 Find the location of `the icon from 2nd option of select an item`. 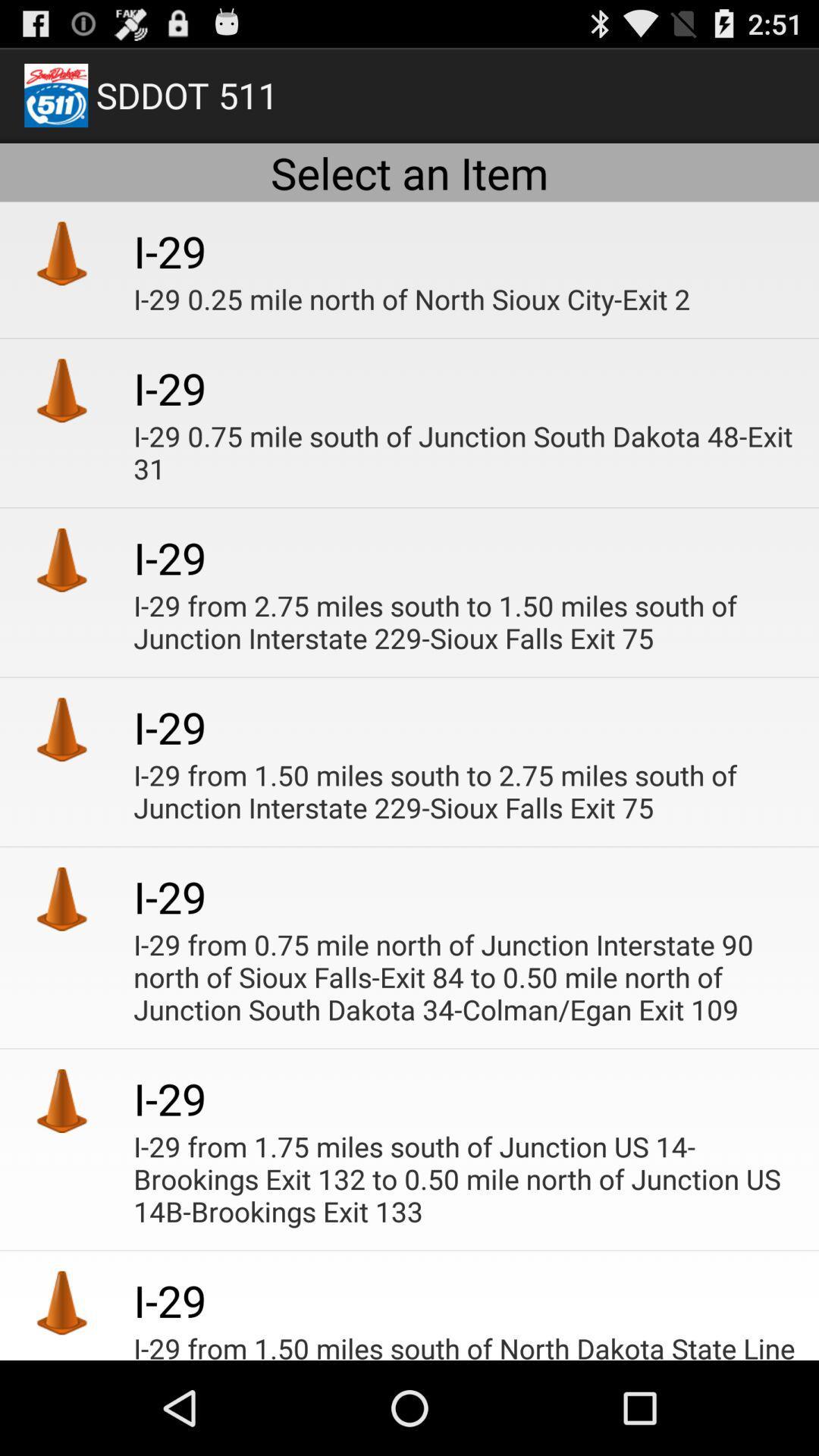

the icon from 2nd option of select an item is located at coordinates (61, 390).